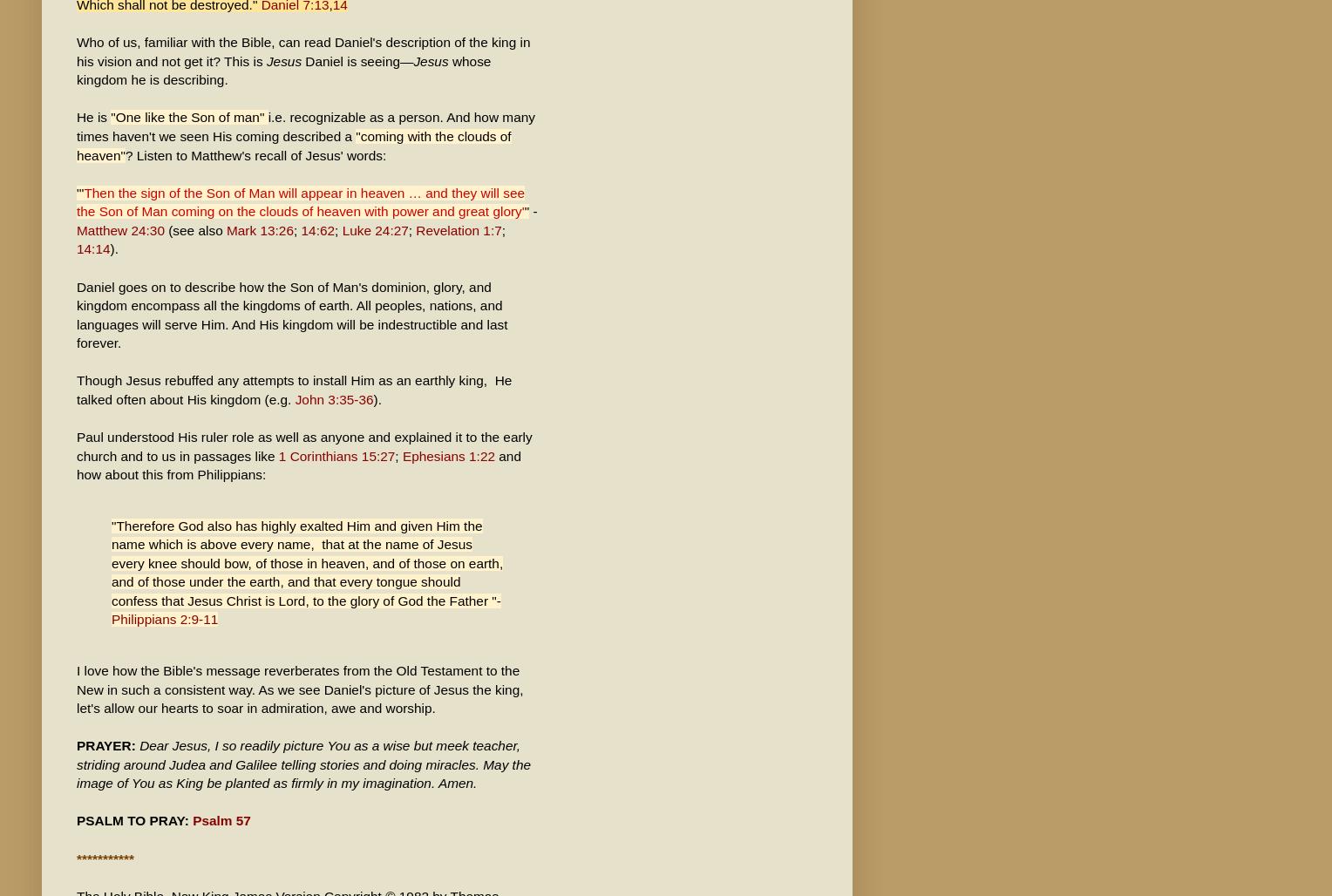  I want to click on 'Daniel is seeing—', so click(300, 59).